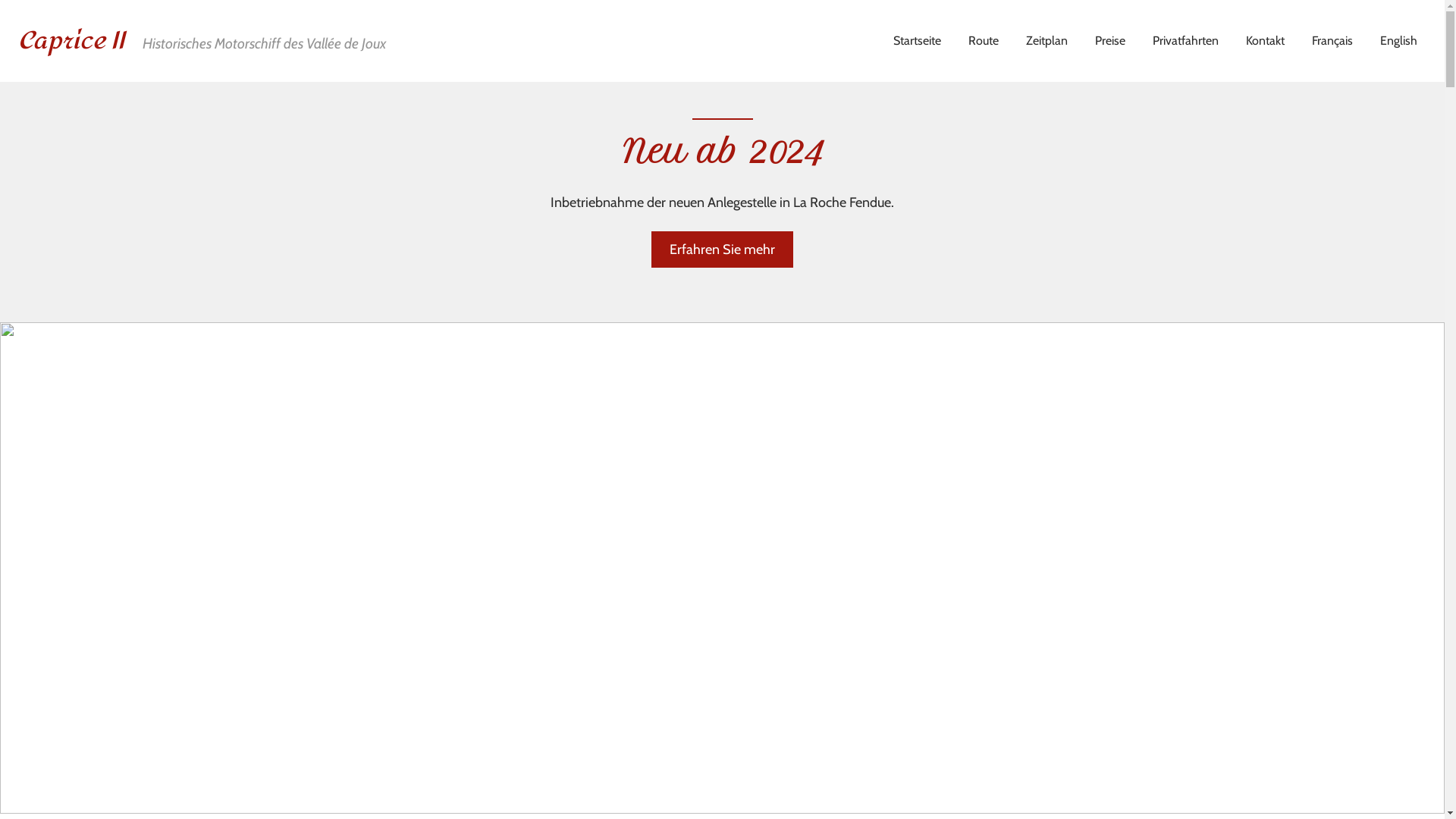 The image size is (1456, 819). What do you see at coordinates (1084, 40) in the screenshot?
I see `'Preise'` at bounding box center [1084, 40].